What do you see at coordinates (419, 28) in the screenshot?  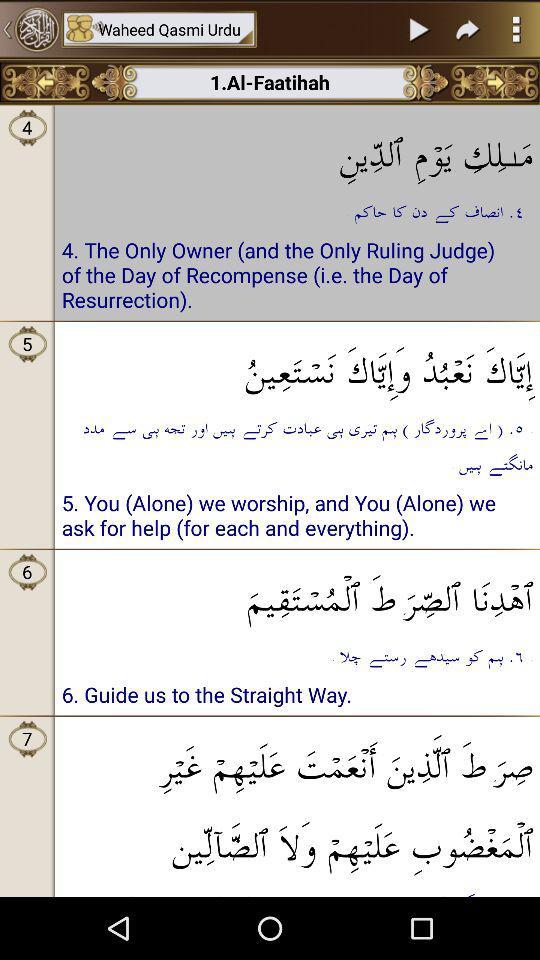 I see `click on next` at bounding box center [419, 28].